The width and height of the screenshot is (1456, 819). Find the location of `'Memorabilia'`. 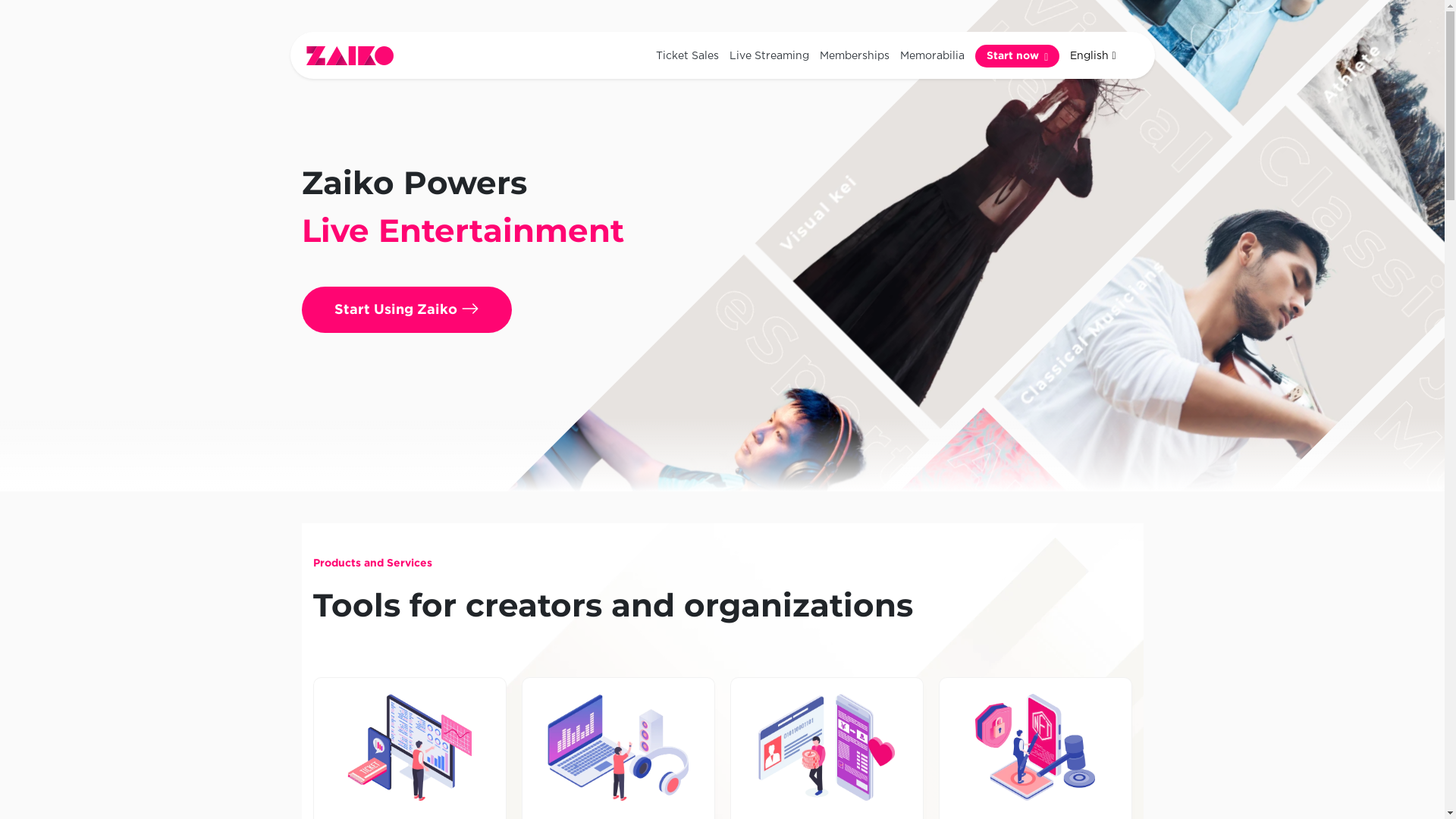

'Memorabilia' is located at coordinates (895, 55).